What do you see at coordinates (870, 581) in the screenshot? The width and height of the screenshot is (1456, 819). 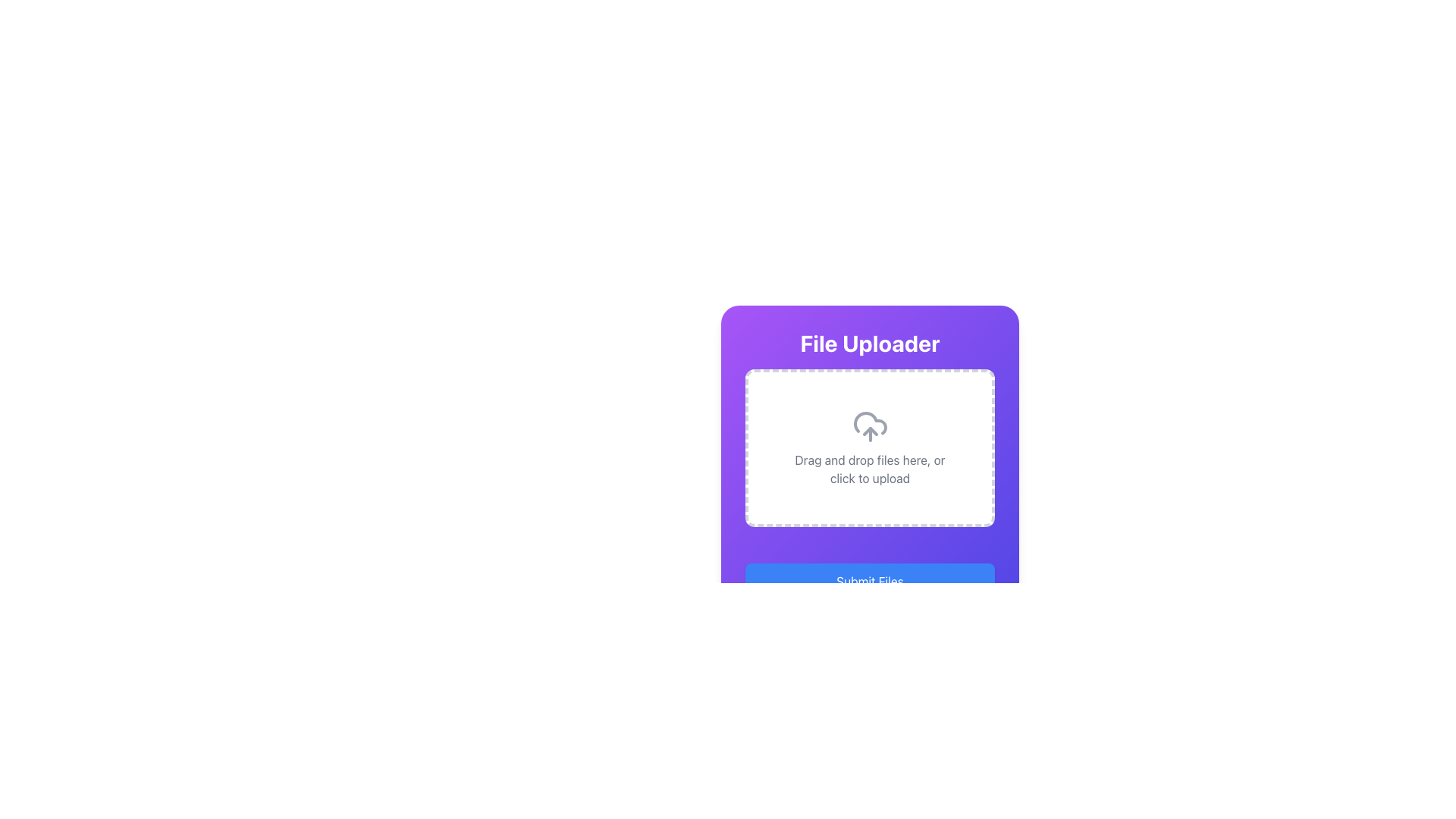 I see `the rectangular blue button with white text that reads 'Submit Files'` at bounding box center [870, 581].